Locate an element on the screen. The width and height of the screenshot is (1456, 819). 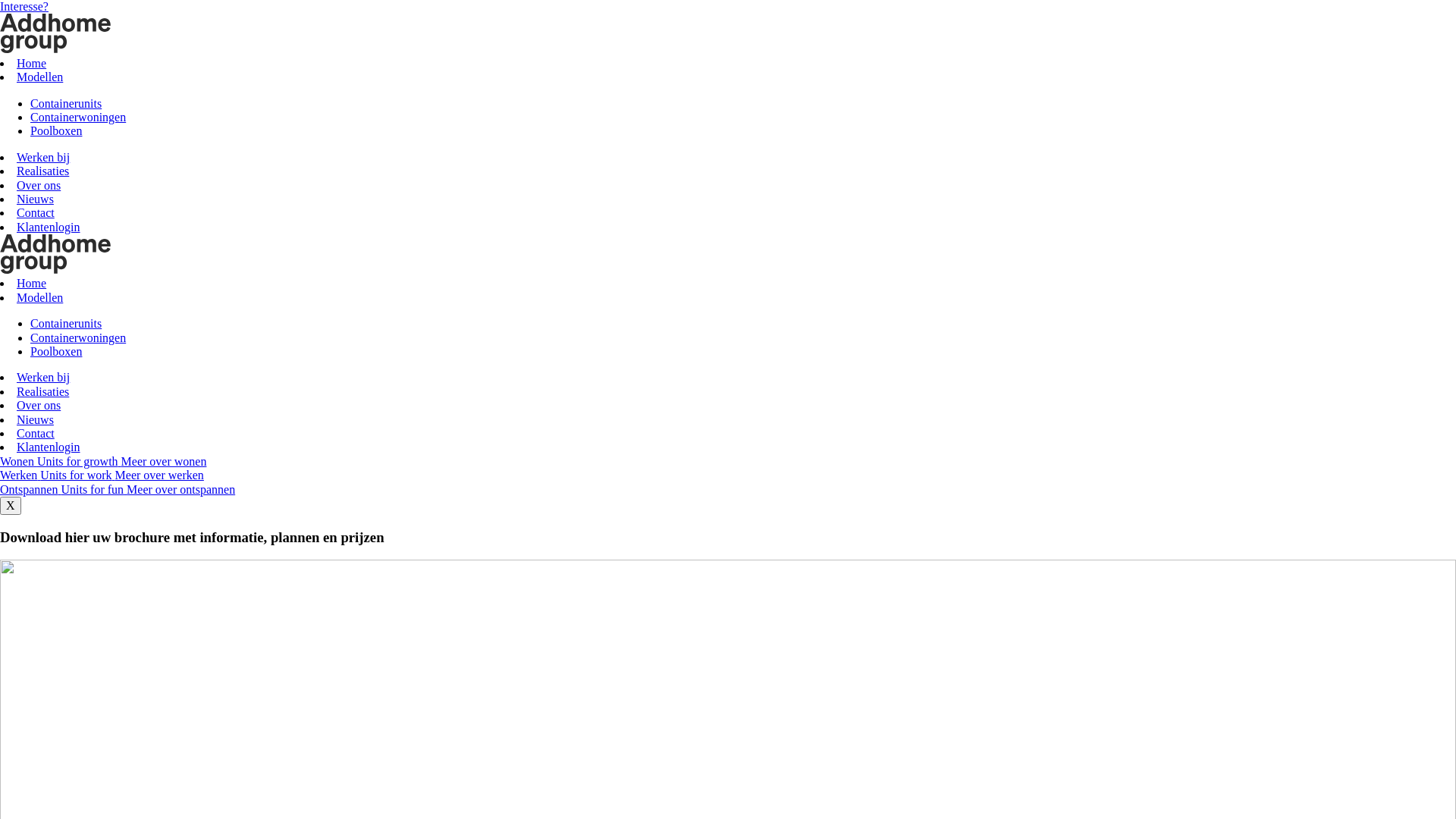
'Home' is located at coordinates (31, 283).